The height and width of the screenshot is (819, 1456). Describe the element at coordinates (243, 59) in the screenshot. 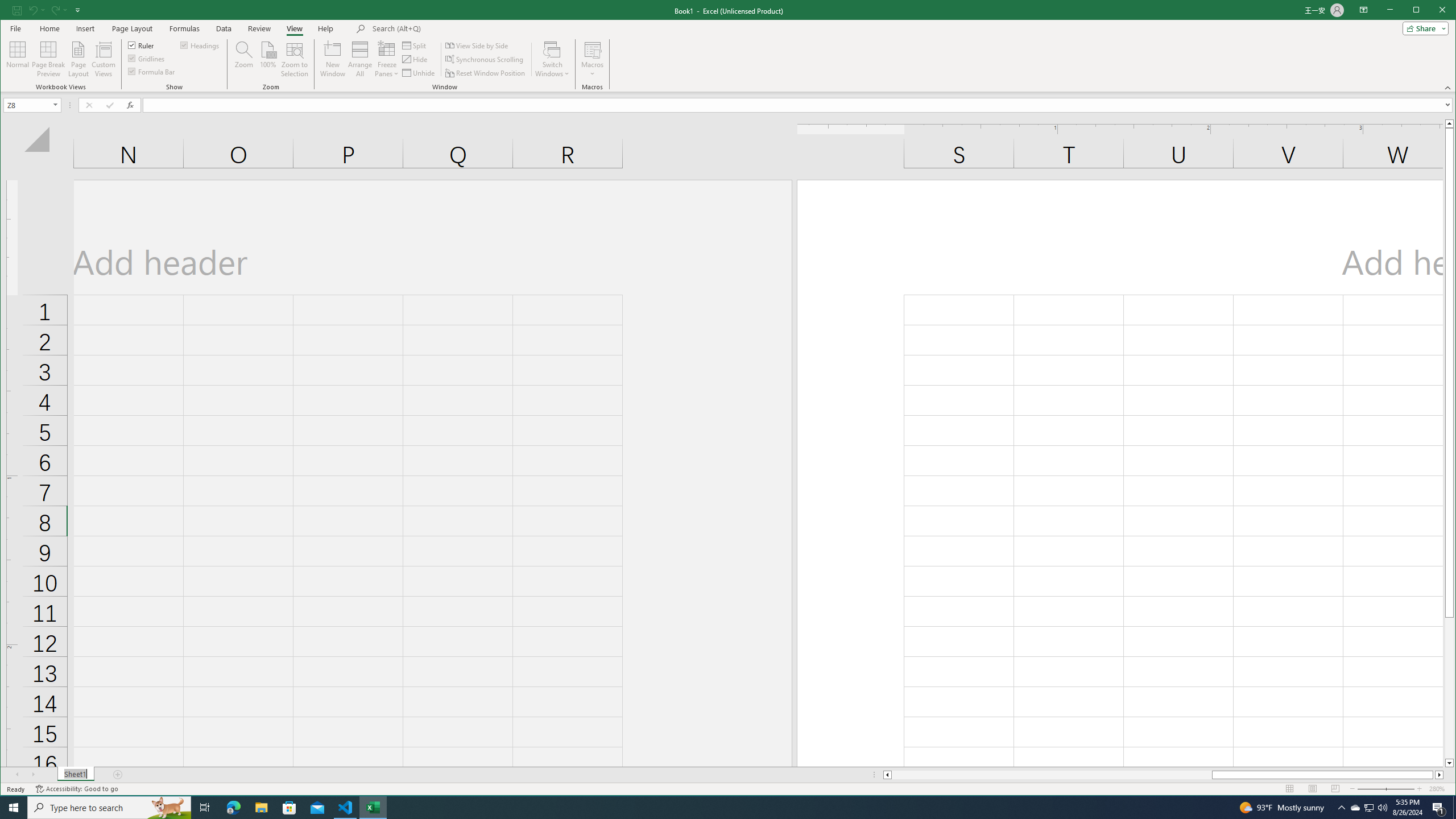

I see `'Zoom...'` at that location.